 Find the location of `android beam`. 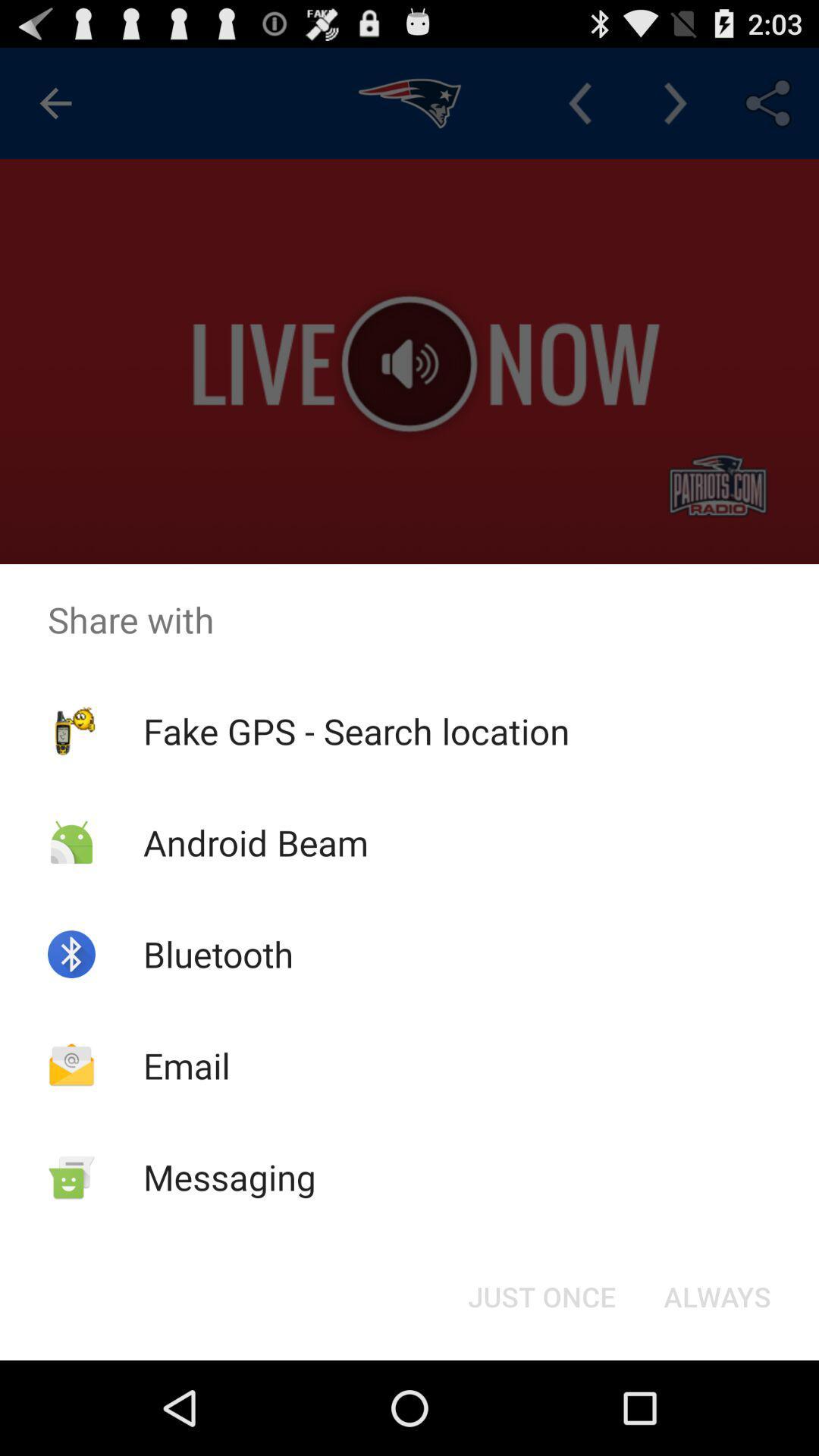

android beam is located at coordinates (255, 842).